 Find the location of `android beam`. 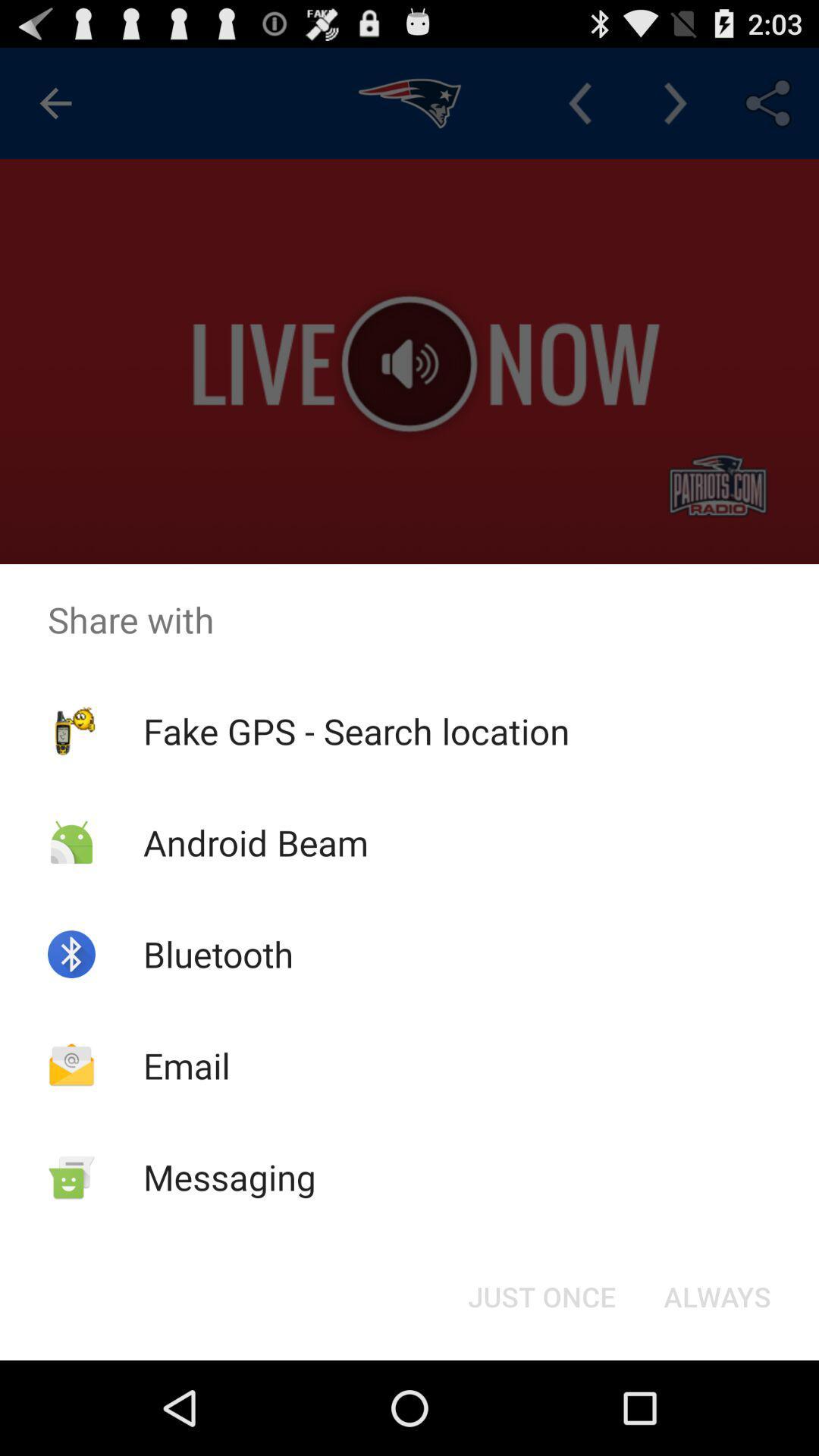

android beam is located at coordinates (255, 842).